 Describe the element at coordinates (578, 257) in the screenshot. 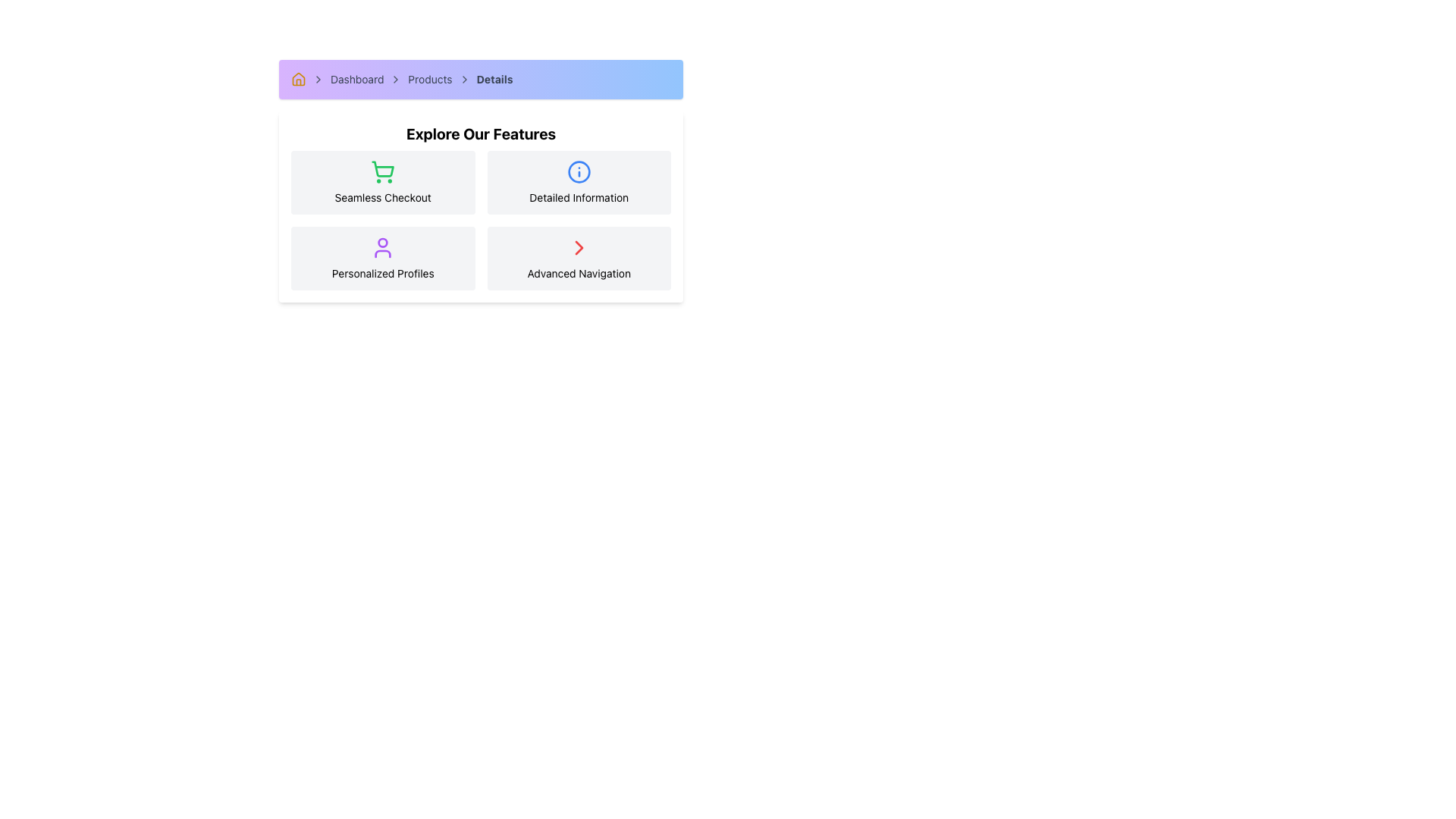

I see `the 'Advanced Navigation' section located in the bottom-right of the 'Explore Our Features' panel` at that location.